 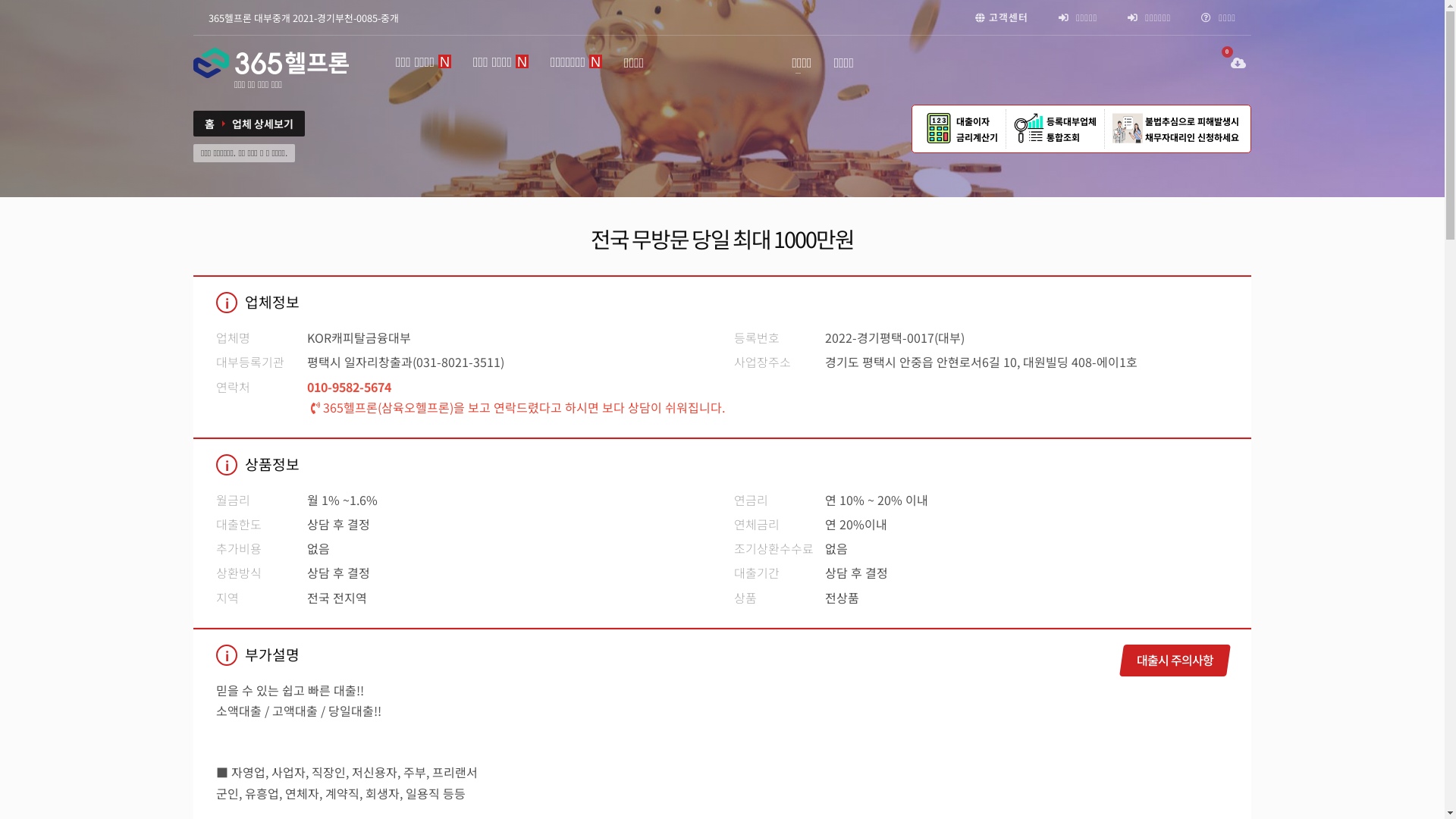 I want to click on '010-9582-5674', so click(x=352, y=385).